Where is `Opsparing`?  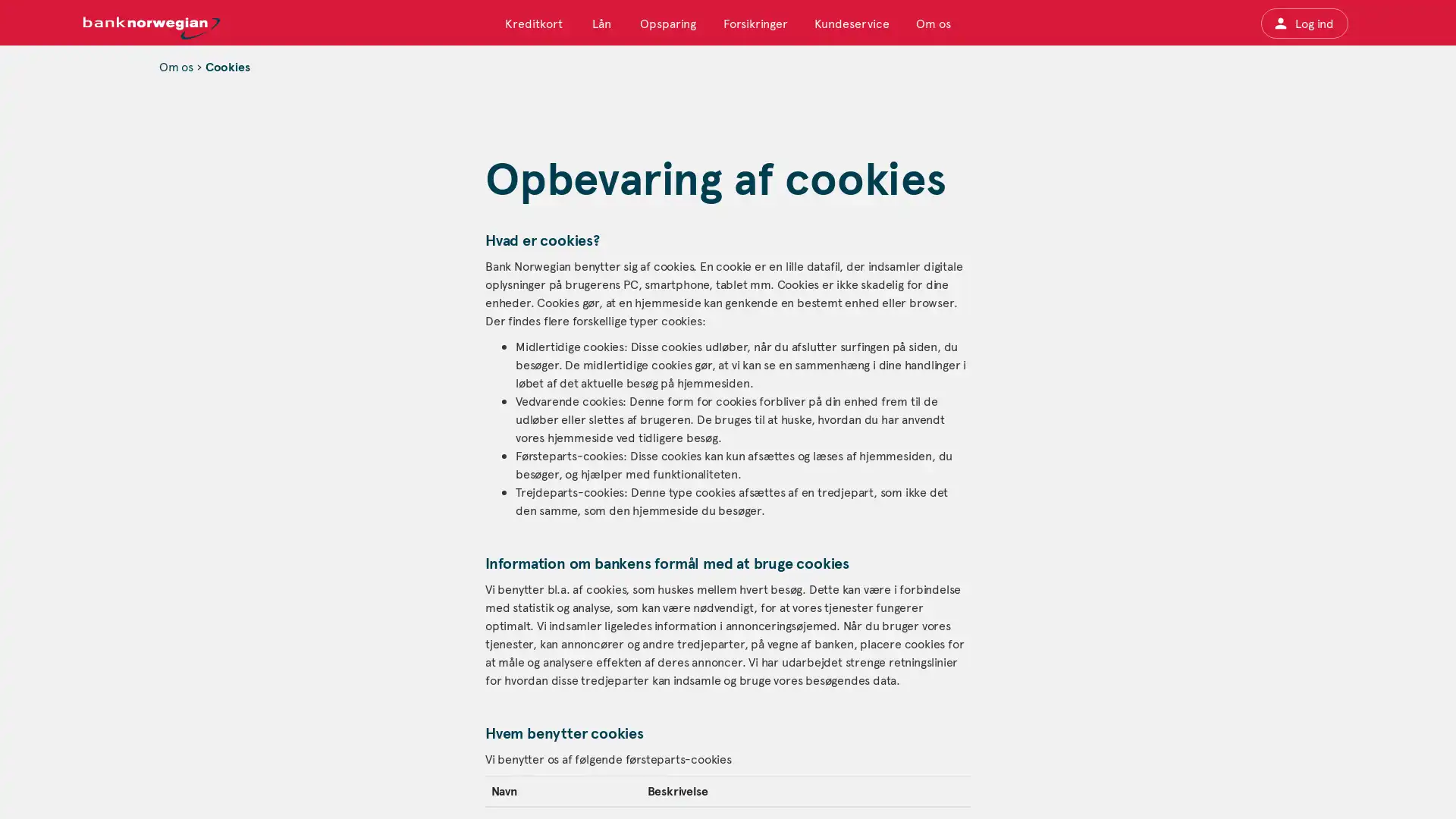
Opsparing is located at coordinates (667, 23).